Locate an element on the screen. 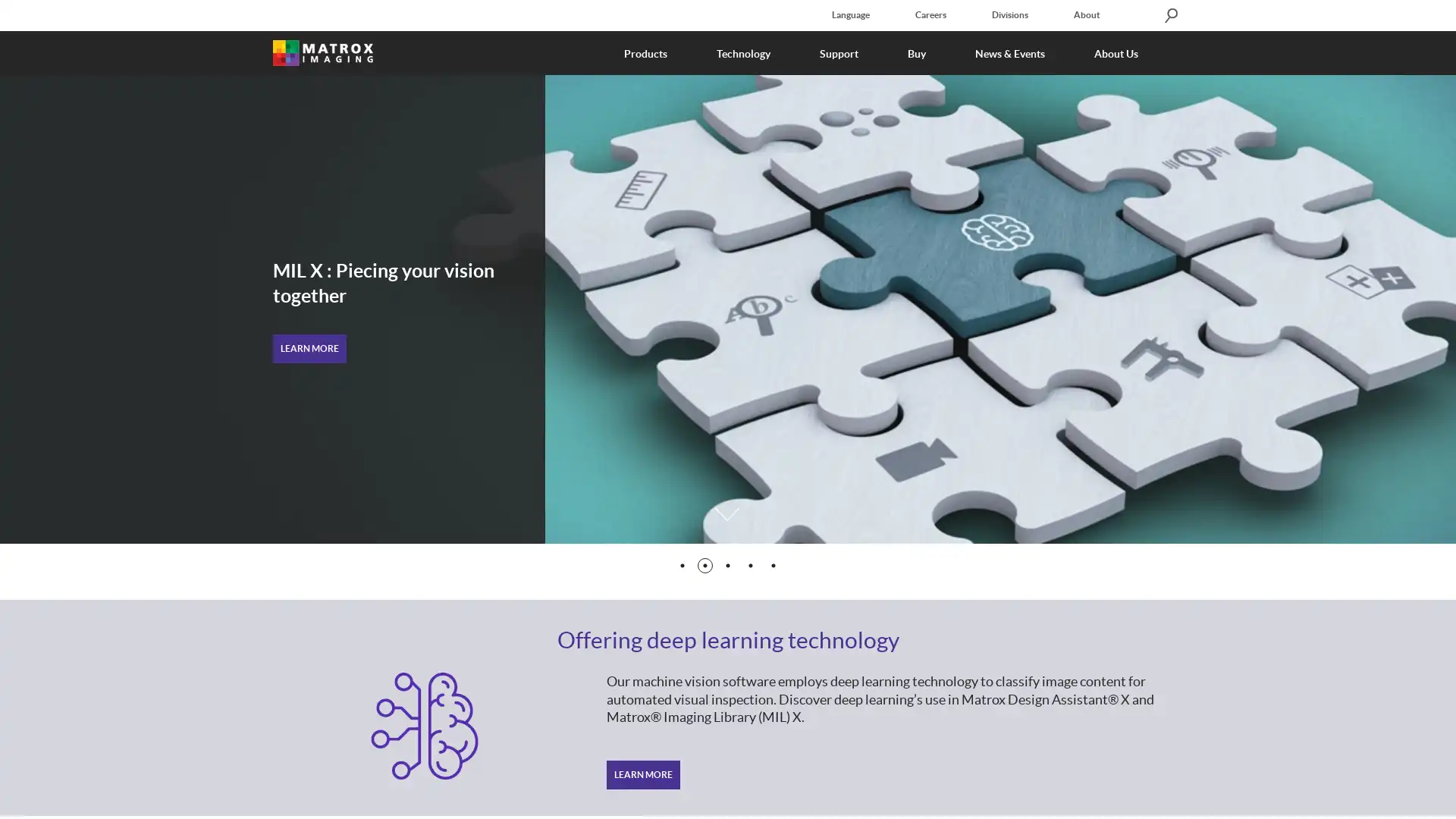  5 is located at coordinates (773, 565).